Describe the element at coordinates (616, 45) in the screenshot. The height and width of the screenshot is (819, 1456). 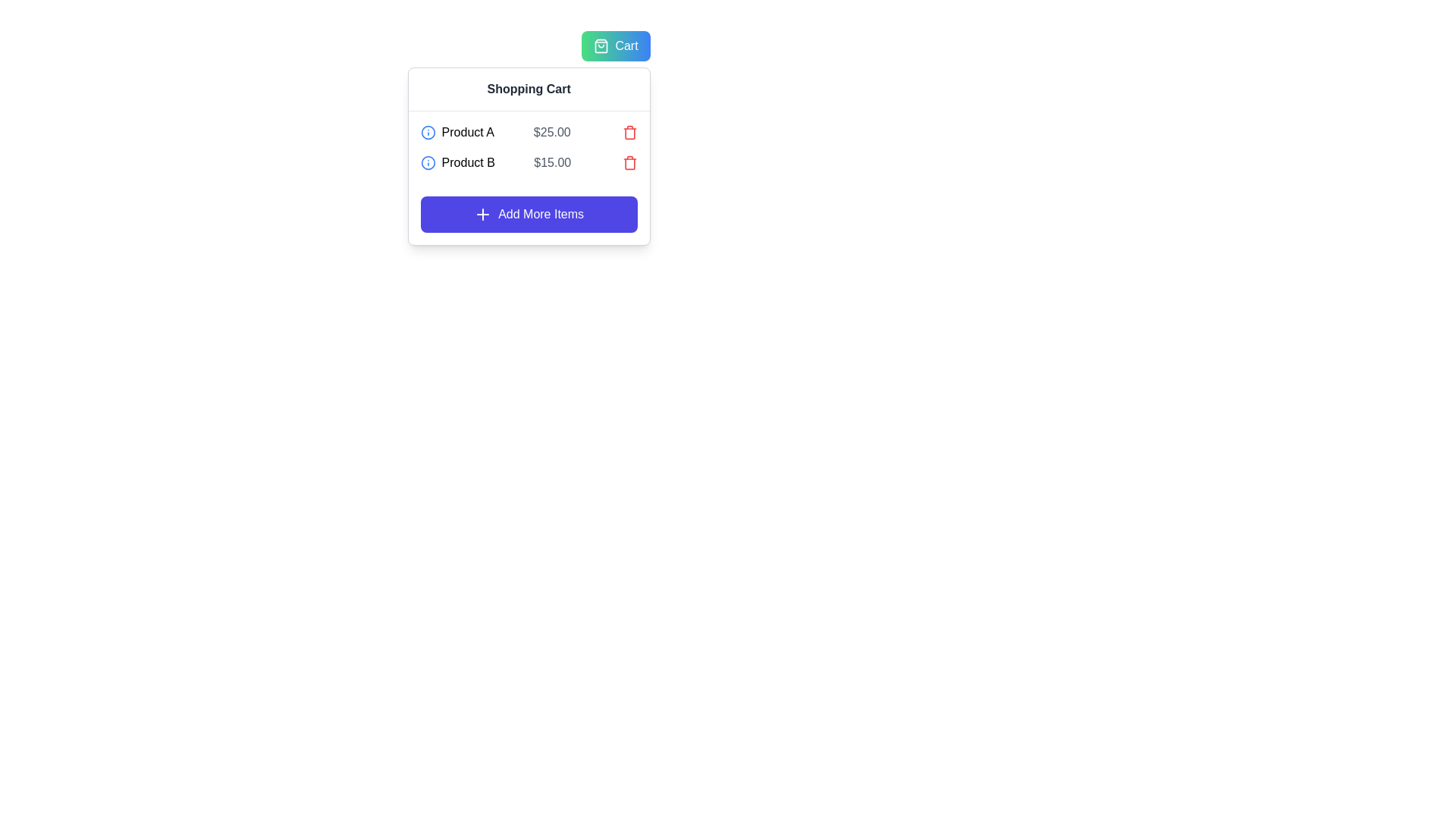
I see `the button located in the top-right corner of the shopping cart interface` at that location.